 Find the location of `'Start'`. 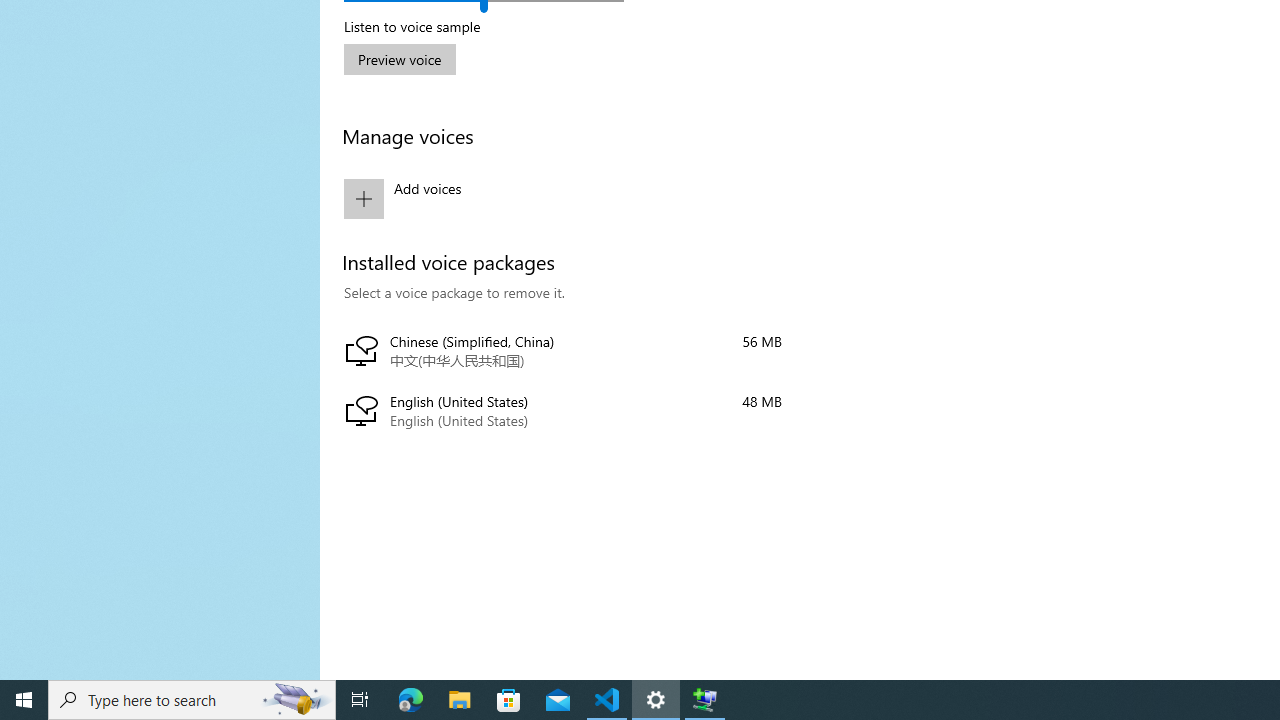

'Start' is located at coordinates (24, 698).